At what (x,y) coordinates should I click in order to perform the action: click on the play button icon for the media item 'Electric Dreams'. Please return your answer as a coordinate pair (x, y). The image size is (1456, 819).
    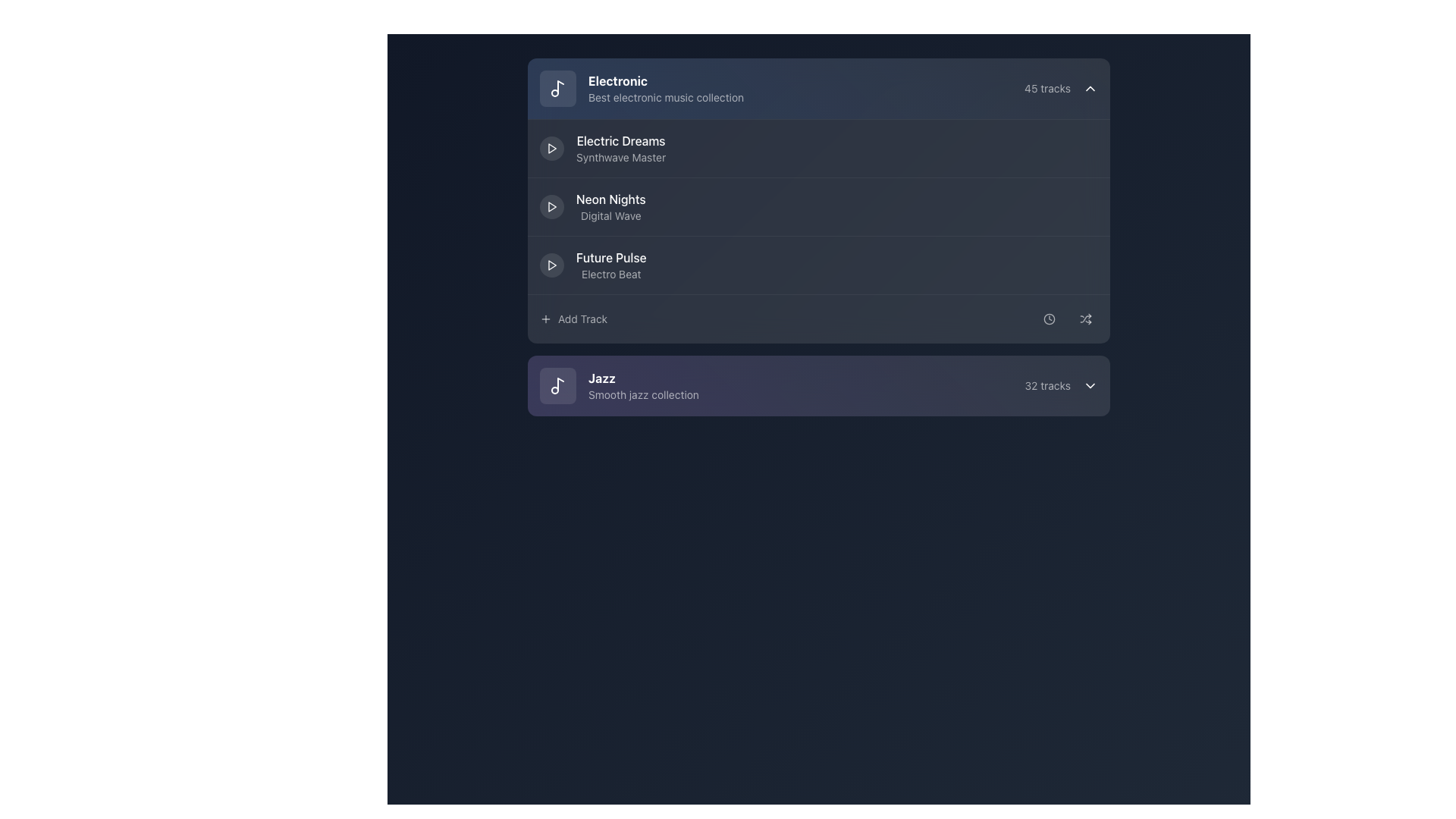
    Looking at the image, I should click on (551, 207).